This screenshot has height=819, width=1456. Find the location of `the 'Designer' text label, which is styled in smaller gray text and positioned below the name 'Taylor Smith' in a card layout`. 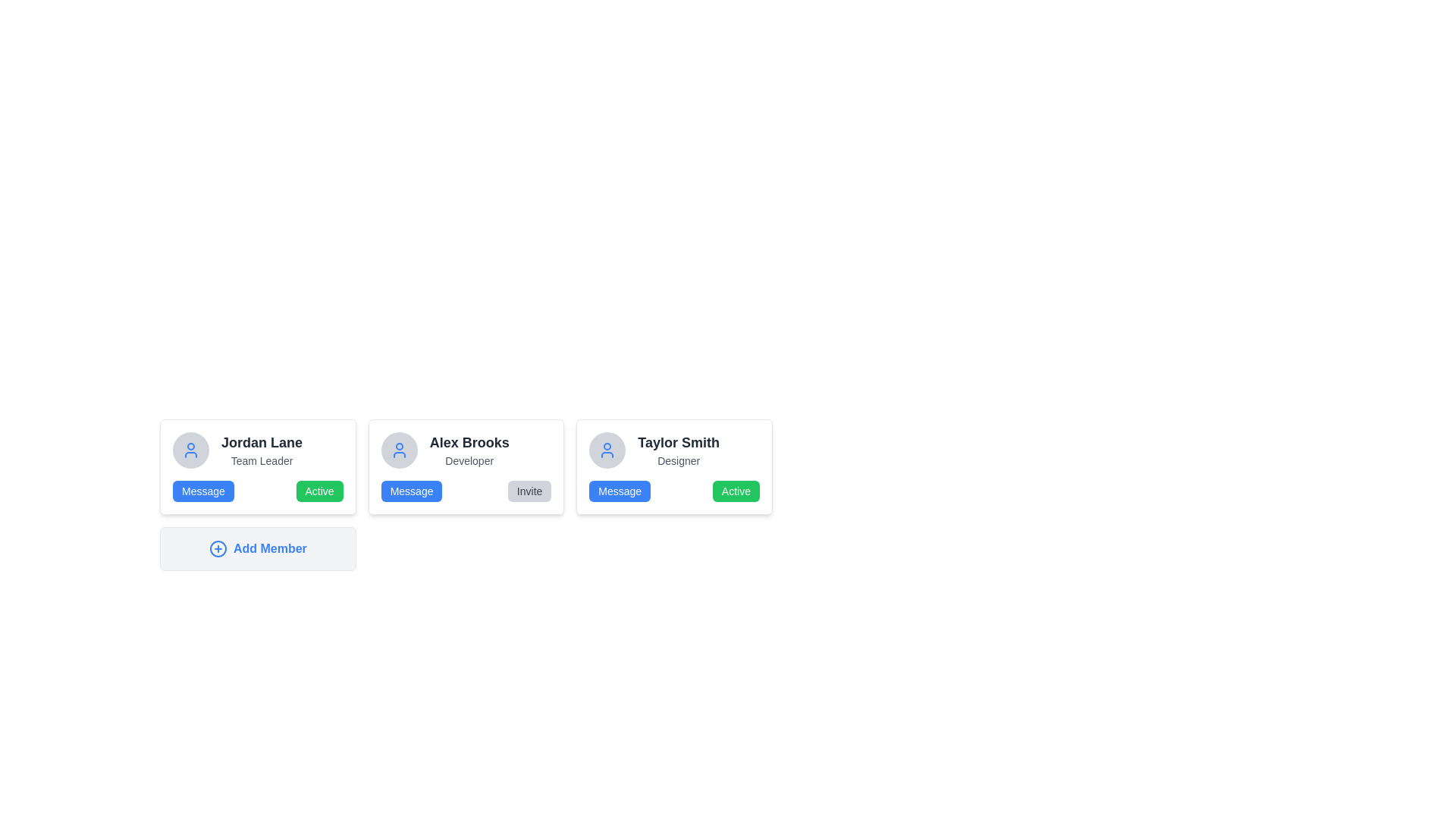

the 'Designer' text label, which is styled in smaller gray text and positioned below the name 'Taylor Smith' in a card layout is located at coordinates (678, 460).